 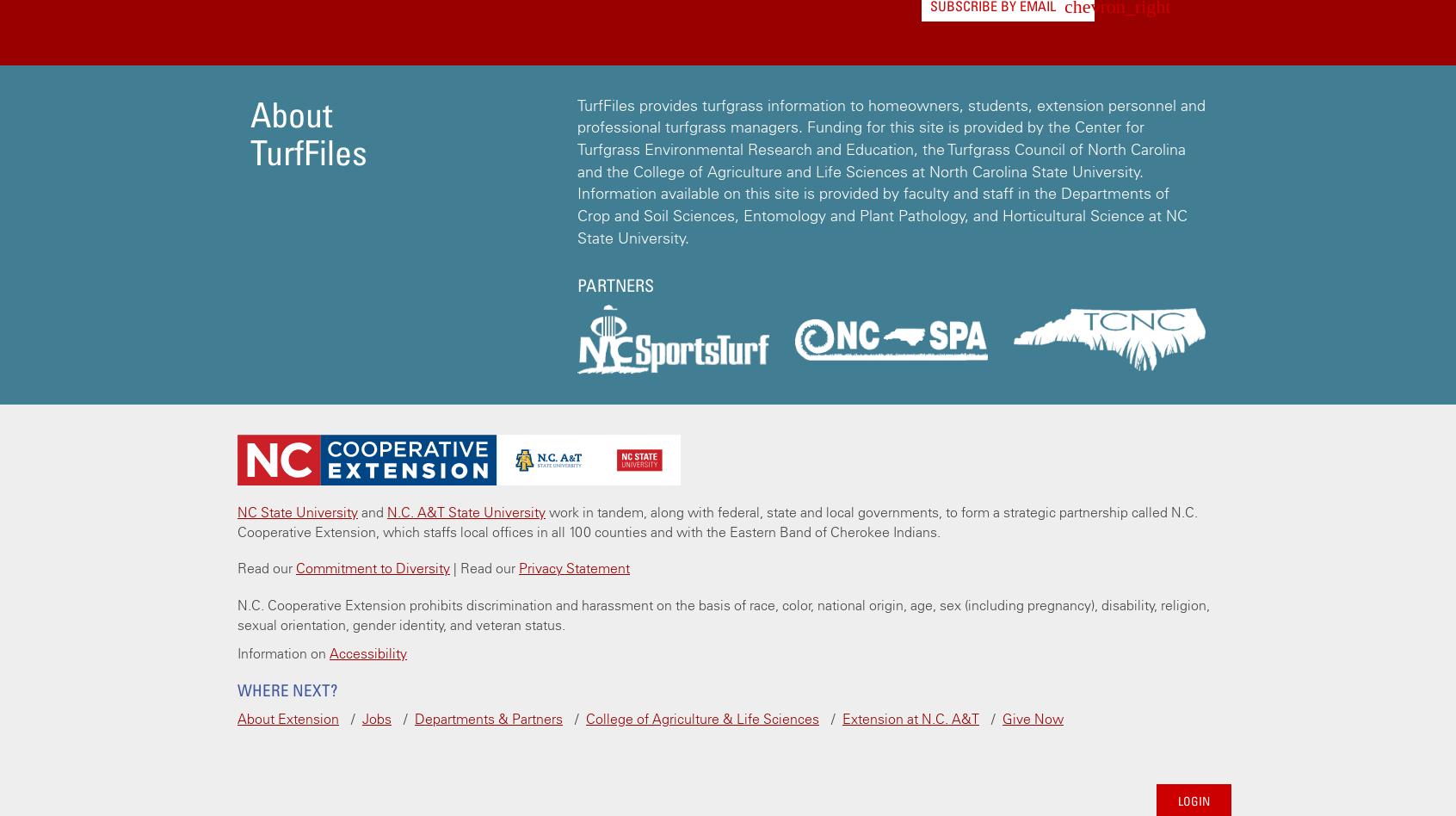 I want to click on 'About', so click(x=290, y=112).